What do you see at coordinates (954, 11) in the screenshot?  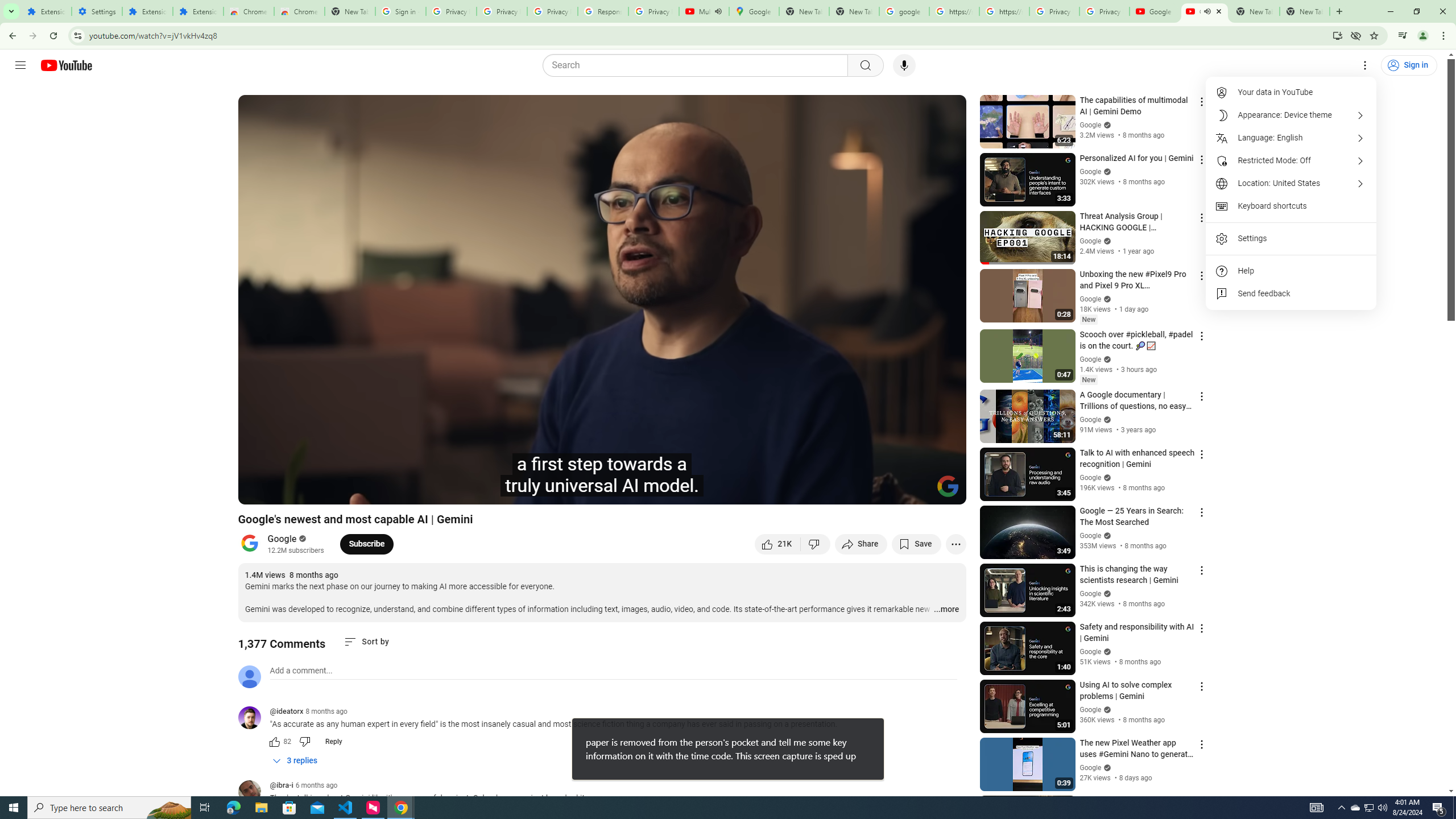 I see `'https://scholar.google.com/'` at bounding box center [954, 11].